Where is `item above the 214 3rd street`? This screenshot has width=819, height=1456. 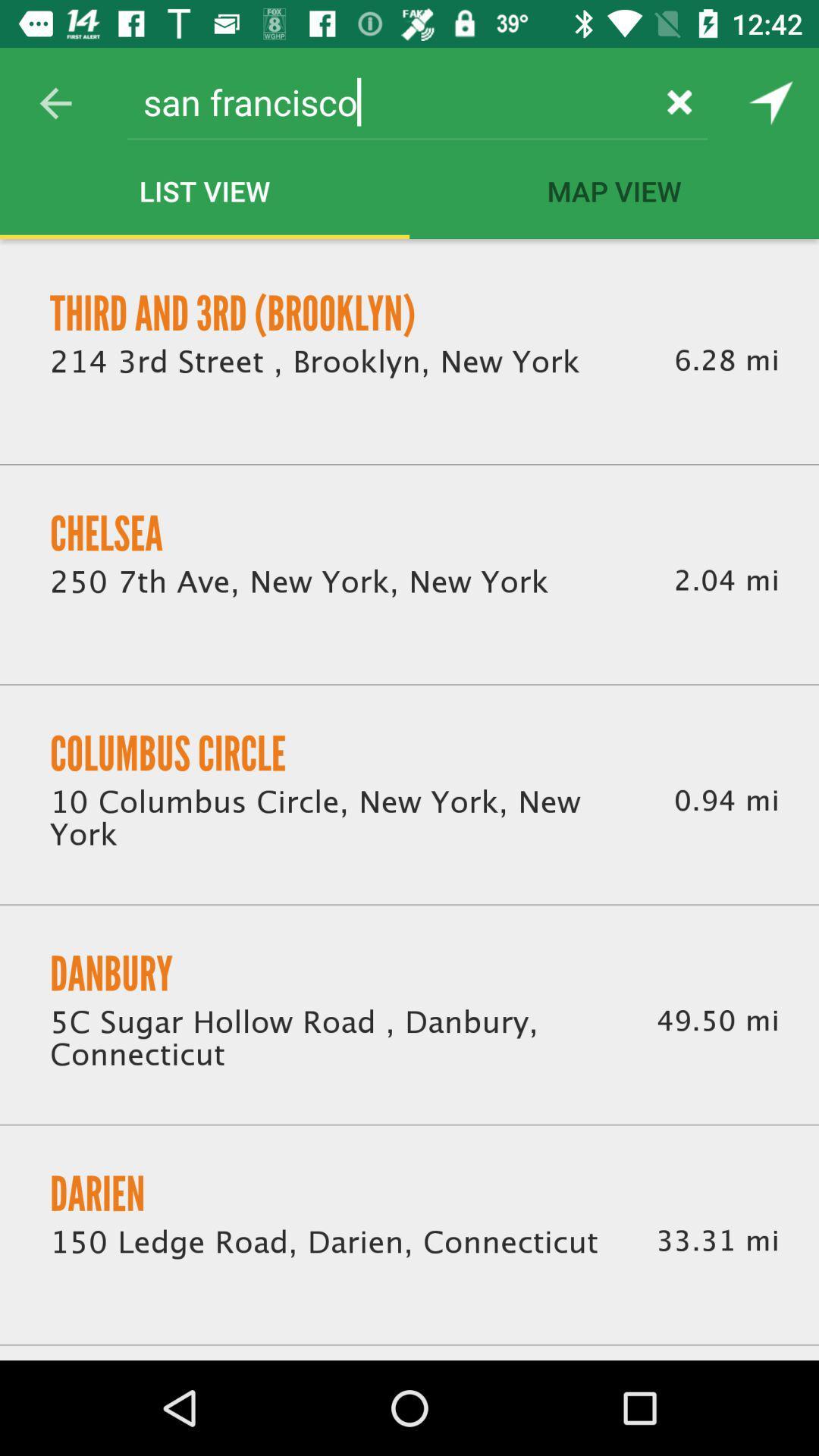
item above the 214 3rd street is located at coordinates (233, 312).